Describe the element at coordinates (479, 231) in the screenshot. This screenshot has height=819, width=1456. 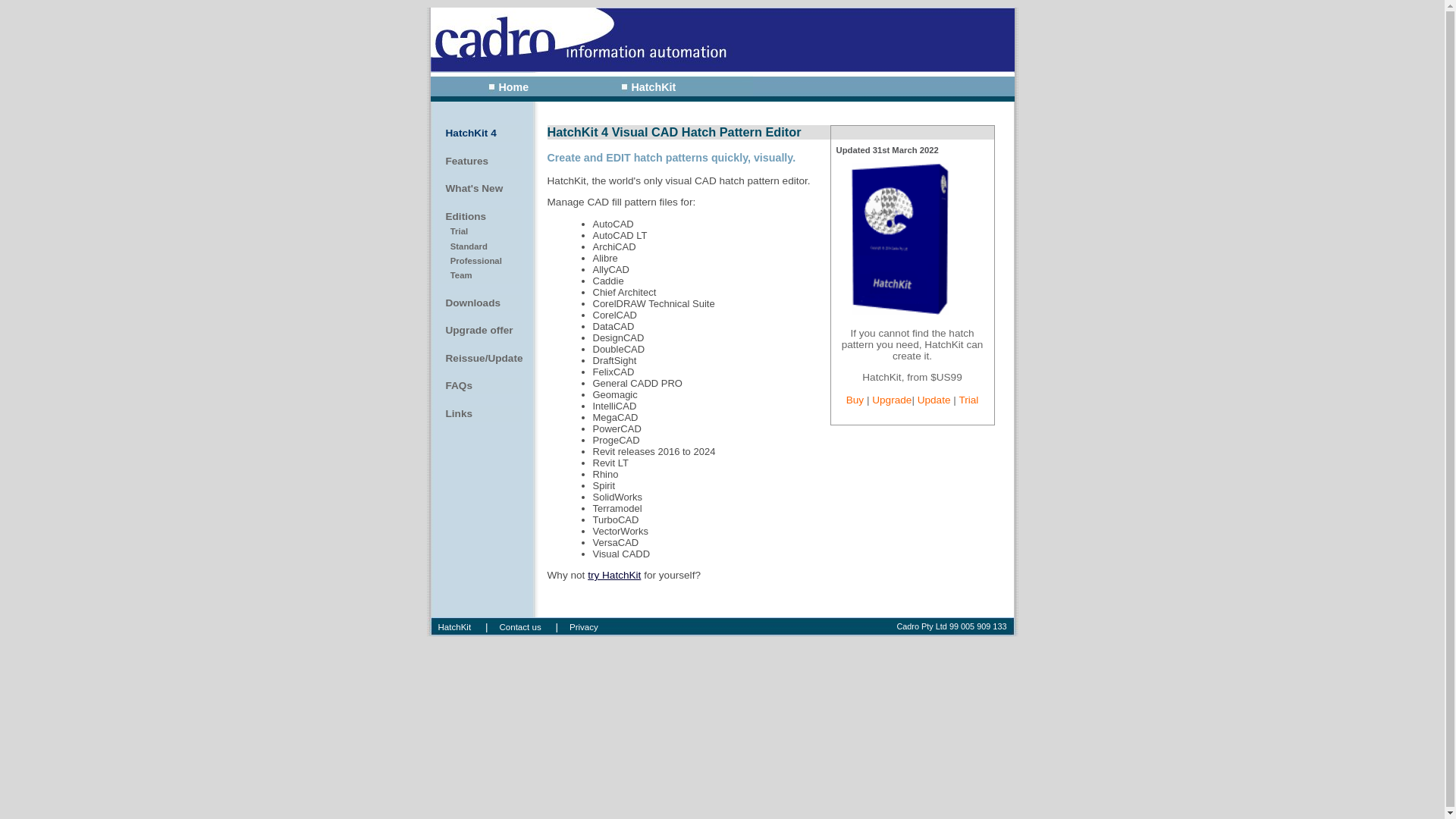
I see `'  Trial'` at that location.